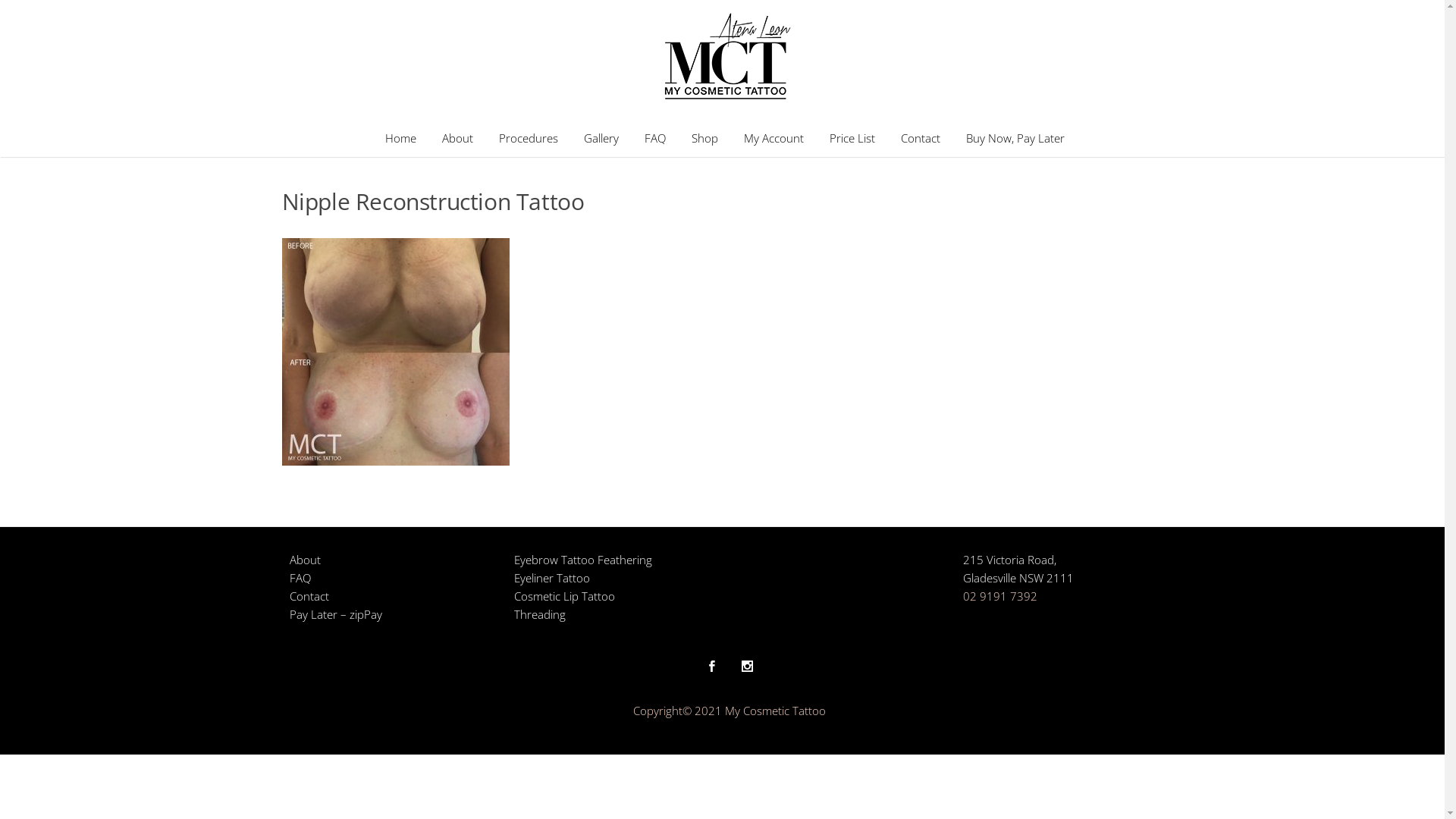  What do you see at coordinates (711, 663) in the screenshot?
I see `'Facebook'` at bounding box center [711, 663].